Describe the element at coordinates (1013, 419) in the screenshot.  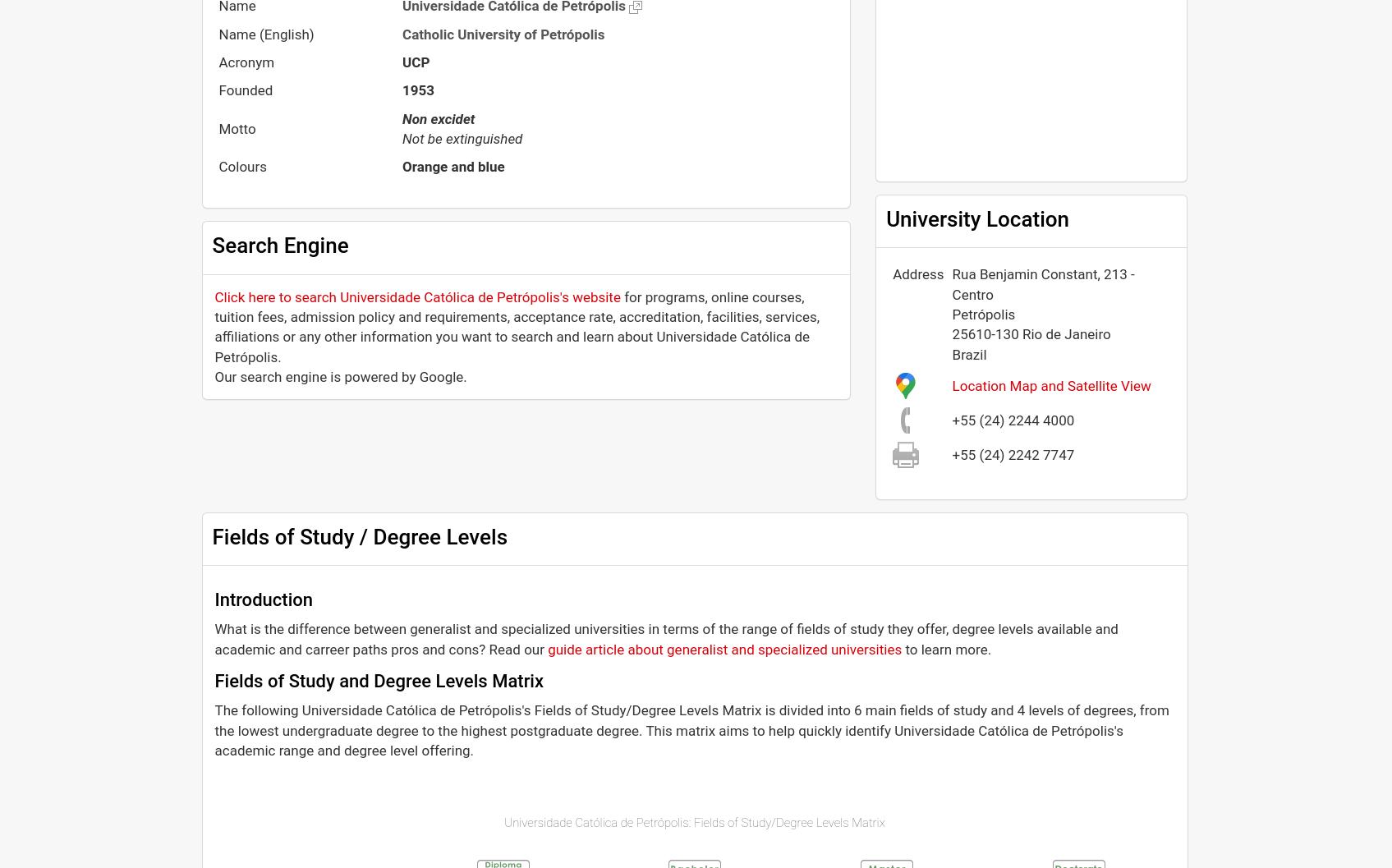
I see `'+55 (24) 2244 4000'` at that location.